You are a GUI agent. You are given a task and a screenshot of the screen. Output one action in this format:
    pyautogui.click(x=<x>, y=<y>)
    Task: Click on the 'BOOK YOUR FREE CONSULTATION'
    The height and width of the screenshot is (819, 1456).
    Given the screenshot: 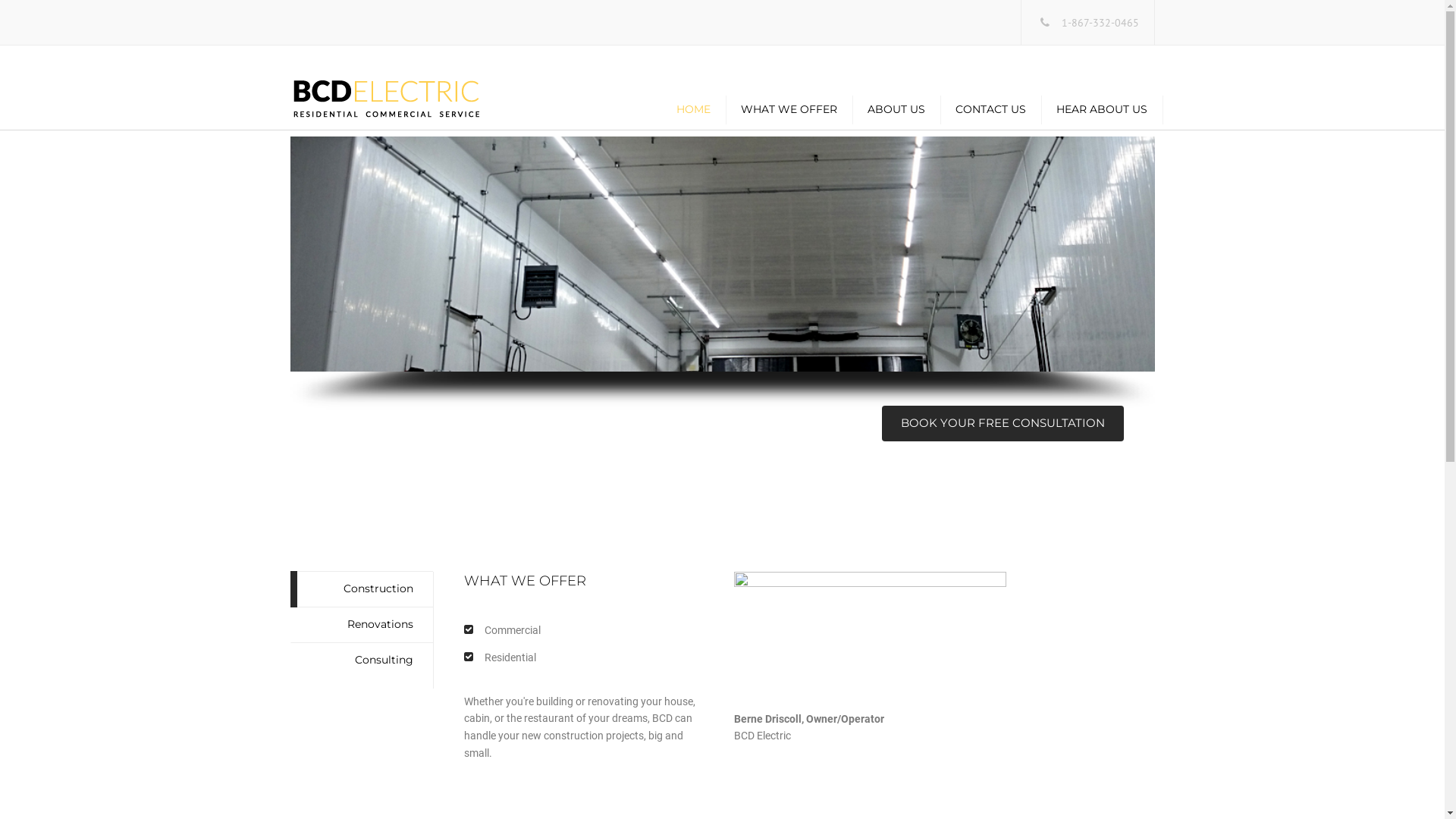 What is the action you would take?
    pyautogui.click(x=1002, y=423)
    